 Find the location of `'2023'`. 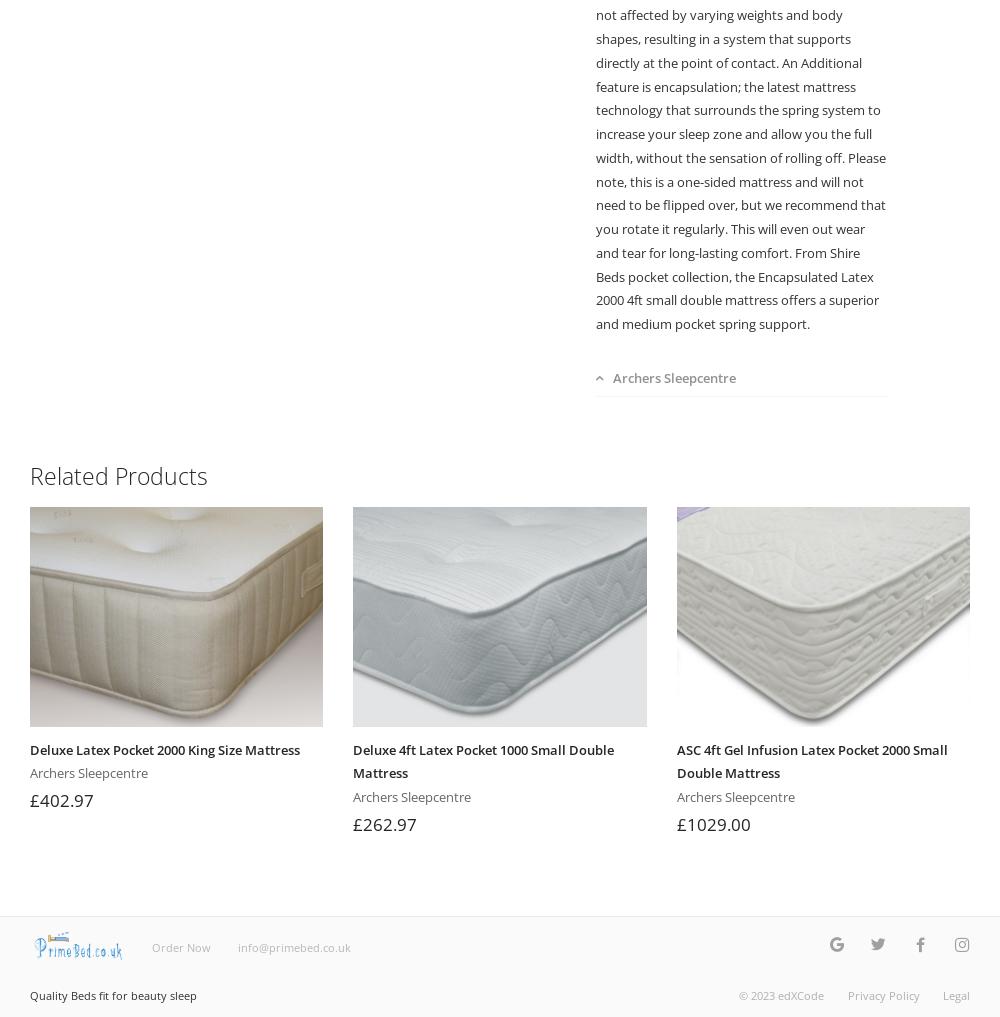

'2023' is located at coordinates (763, 995).